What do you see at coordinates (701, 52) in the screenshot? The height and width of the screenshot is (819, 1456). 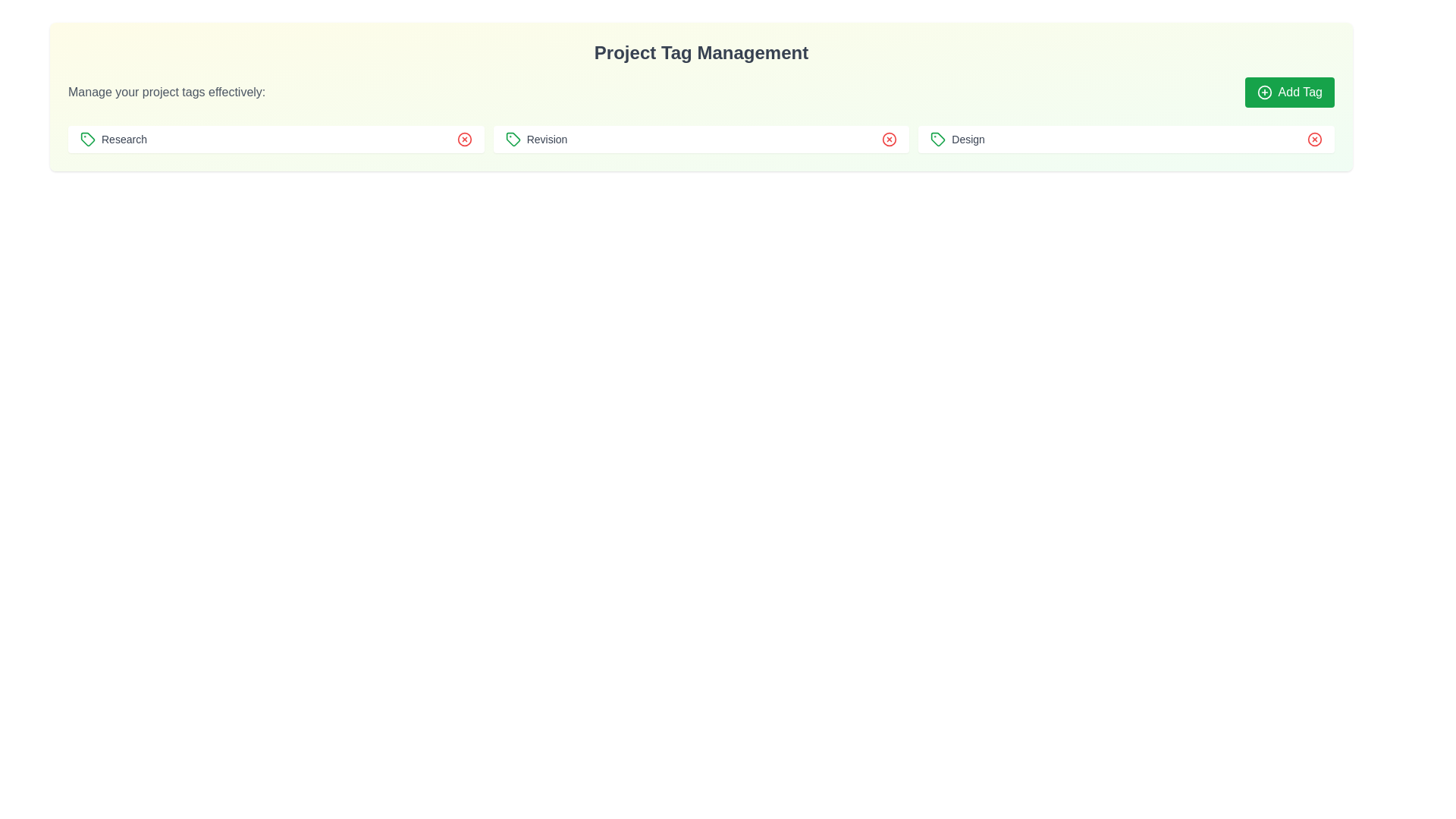 I see `the static text or label that serves as the title or header for the panel located at the upper center of the panel, above the description text and list of tags` at bounding box center [701, 52].